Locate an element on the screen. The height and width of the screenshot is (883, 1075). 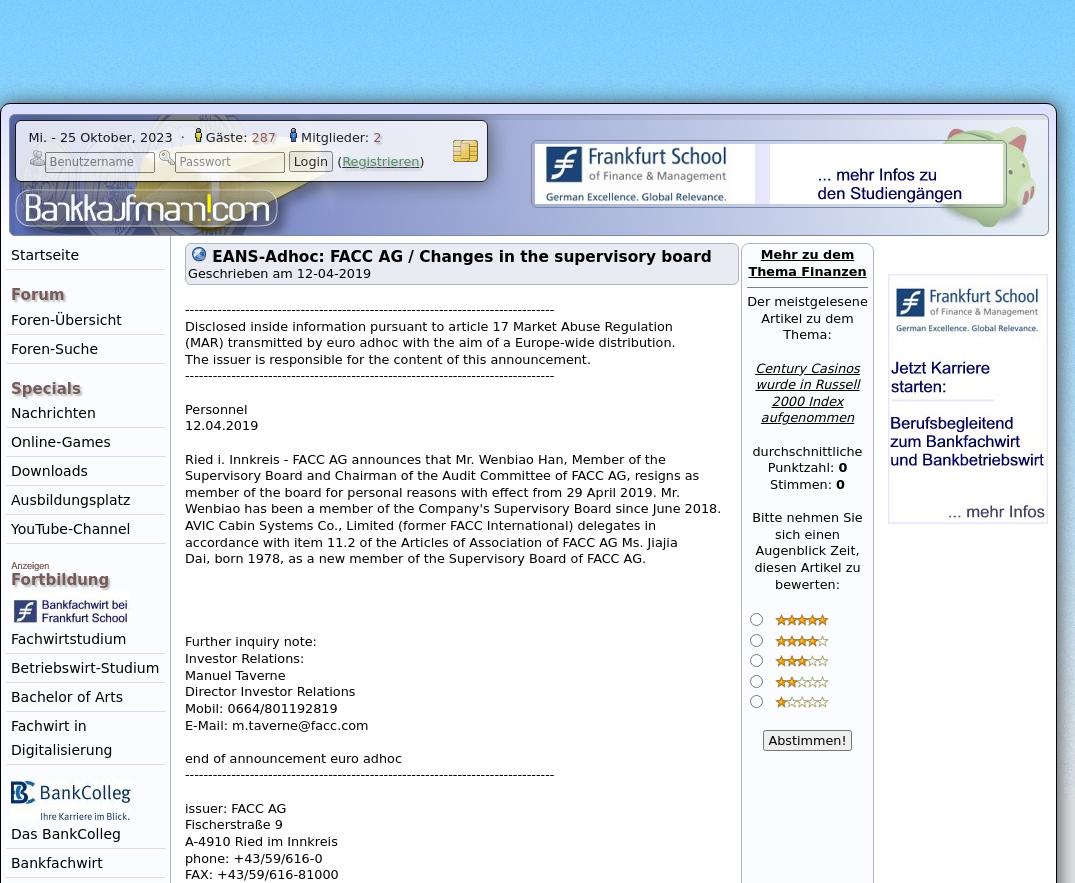
'Bankfachwirt' is located at coordinates (56, 860).